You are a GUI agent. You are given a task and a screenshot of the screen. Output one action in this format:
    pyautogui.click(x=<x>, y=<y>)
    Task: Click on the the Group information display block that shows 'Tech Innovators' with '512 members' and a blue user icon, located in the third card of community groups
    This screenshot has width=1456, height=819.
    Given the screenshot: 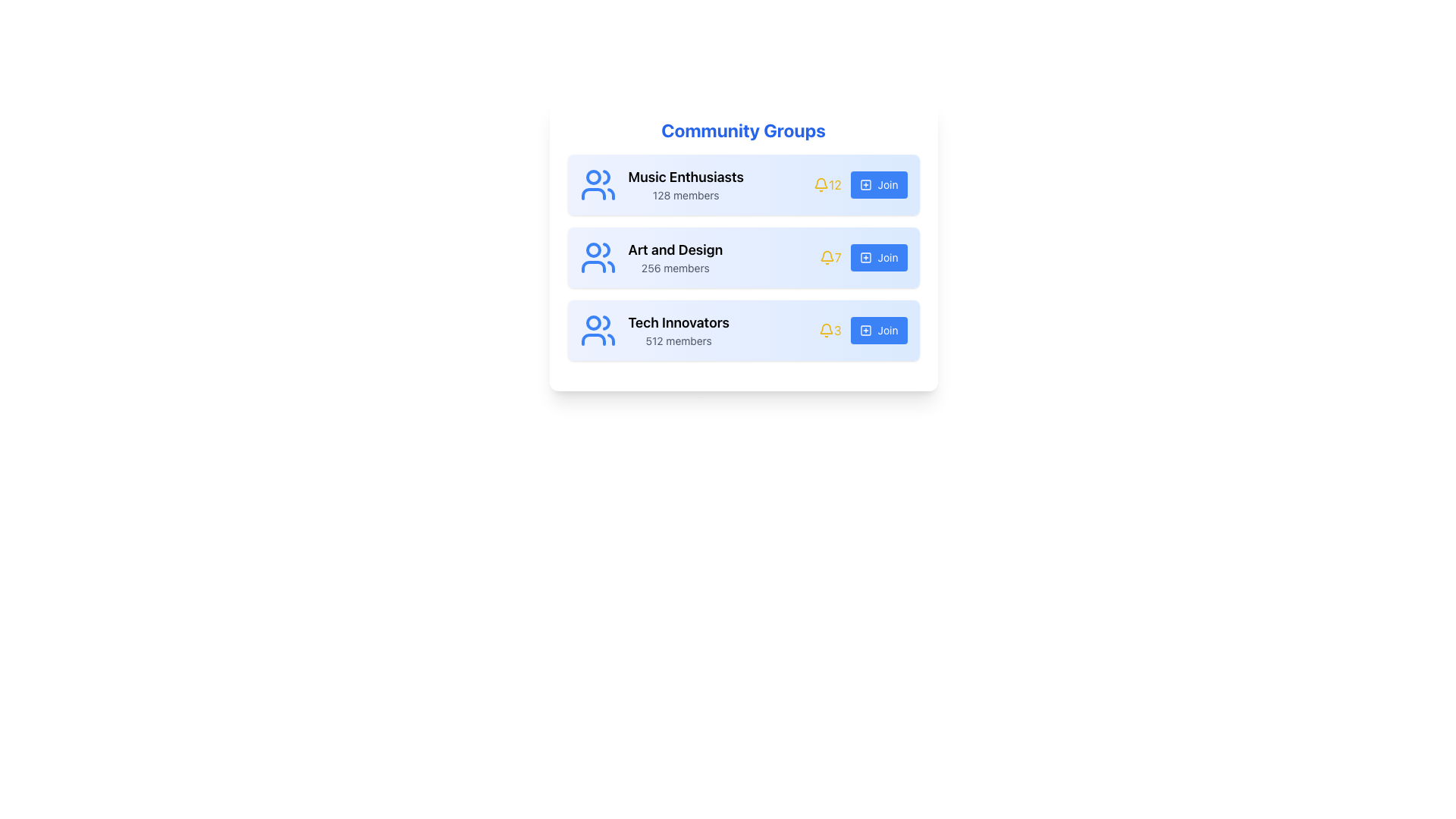 What is the action you would take?
    pyautogui.click(x=654, y=329)
    